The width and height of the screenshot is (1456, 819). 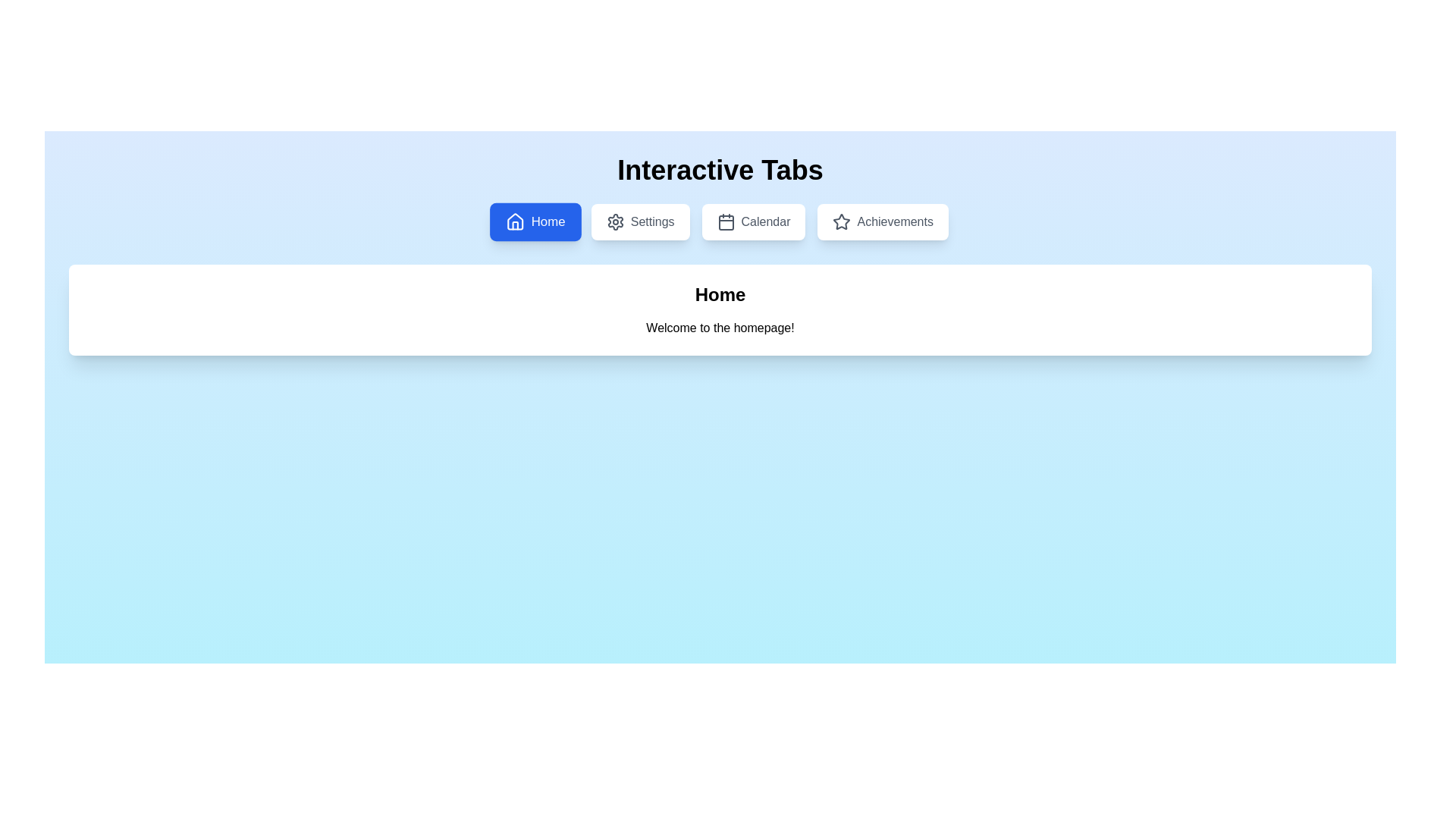 What do you see at coordinates (535, 222) in the screenshot?
I see `the tab labeled Home to trigger its hover effect` at bounding box center [535, 222].